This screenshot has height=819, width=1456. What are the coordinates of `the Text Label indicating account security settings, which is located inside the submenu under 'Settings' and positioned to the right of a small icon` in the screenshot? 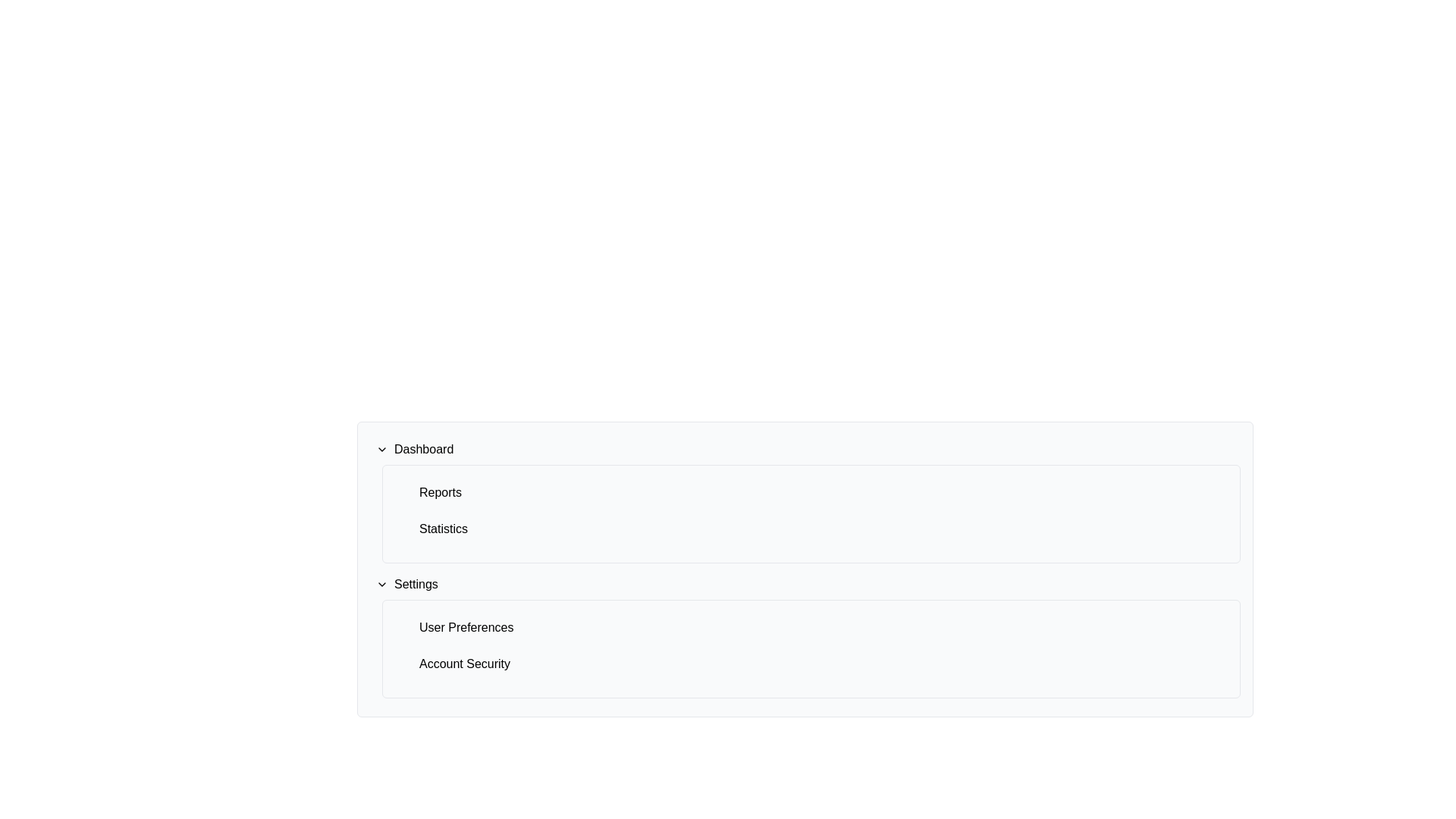 It's located at (464, 663).